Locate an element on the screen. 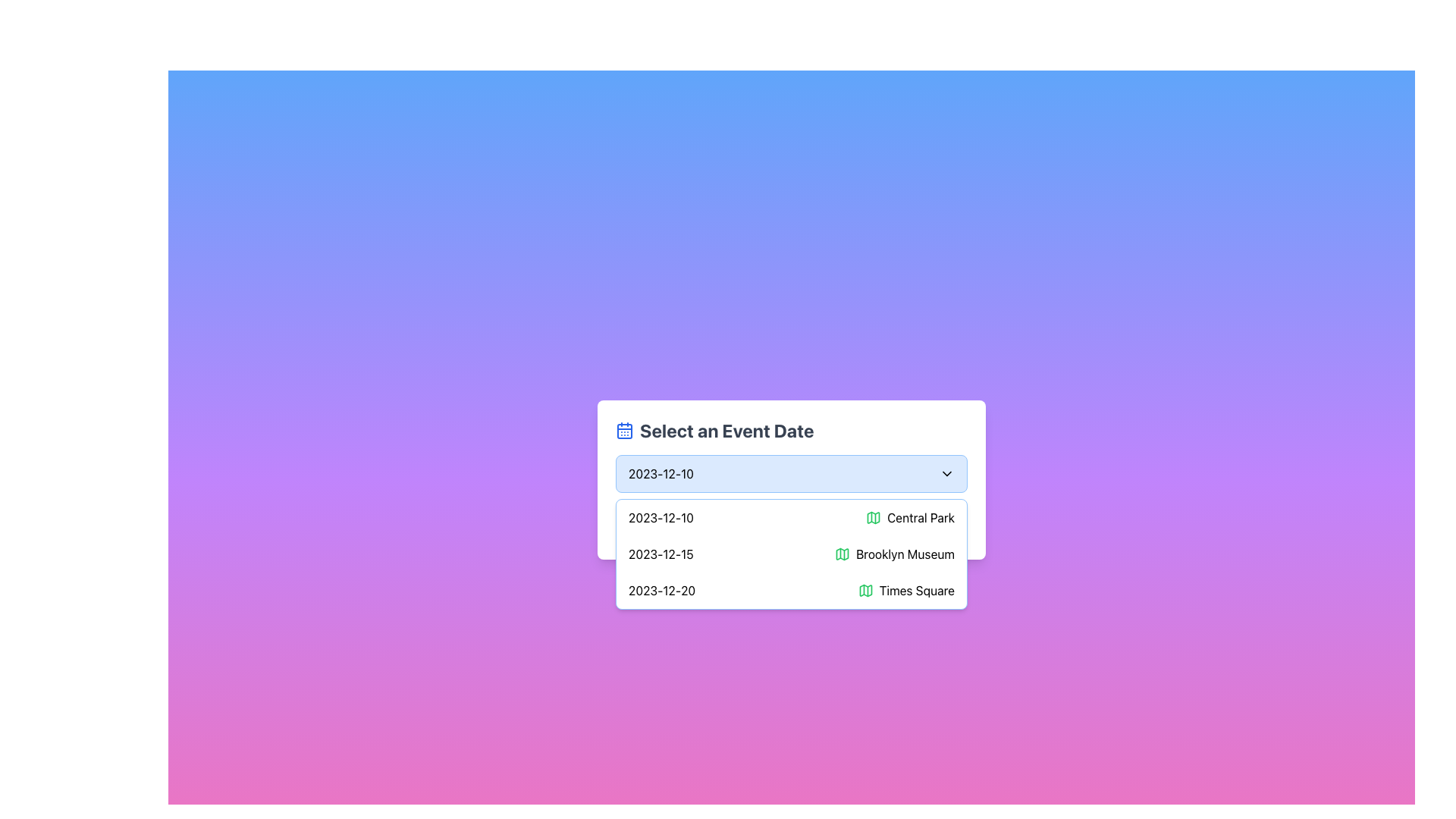 This screenshot has width=1456, height=819. the blue calendar icon located to the left of the 'Select an Event Date' text in the header area of the dropdown interface is located at coordinates (625, 430).